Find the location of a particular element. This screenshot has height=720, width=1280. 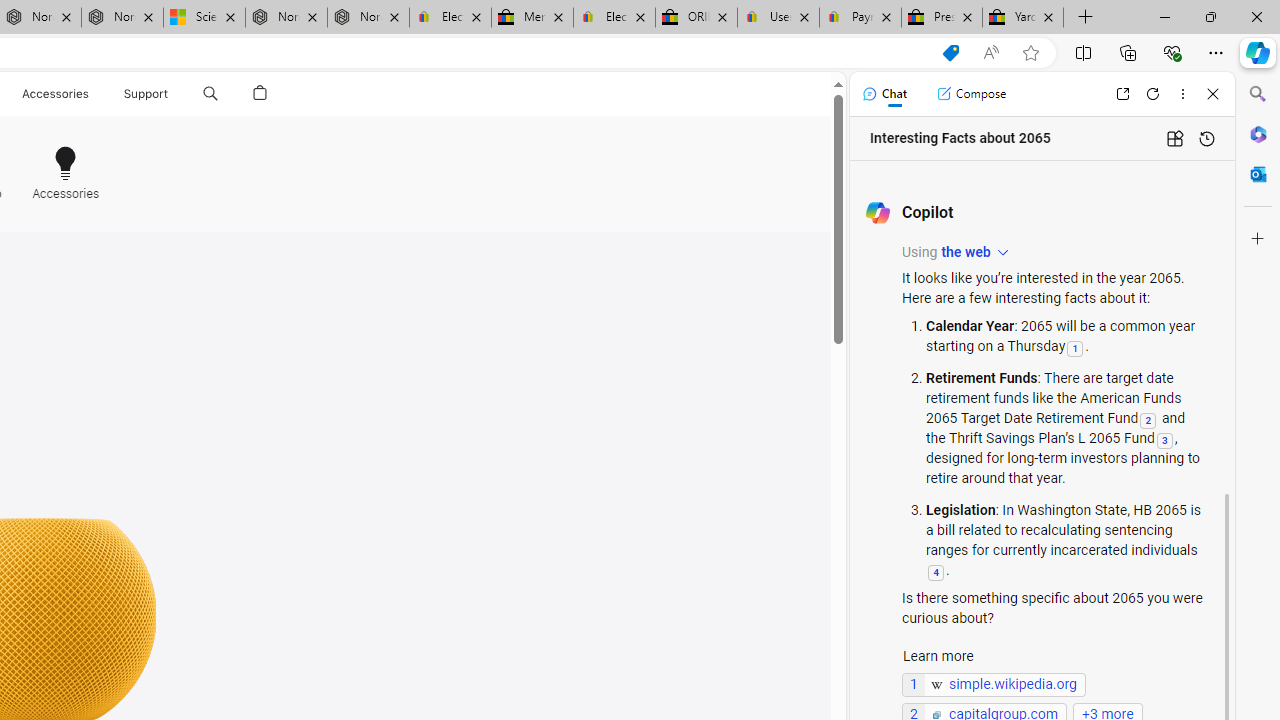

'AutomationID: globalnav-bag' is located at coordinates (259, 93).